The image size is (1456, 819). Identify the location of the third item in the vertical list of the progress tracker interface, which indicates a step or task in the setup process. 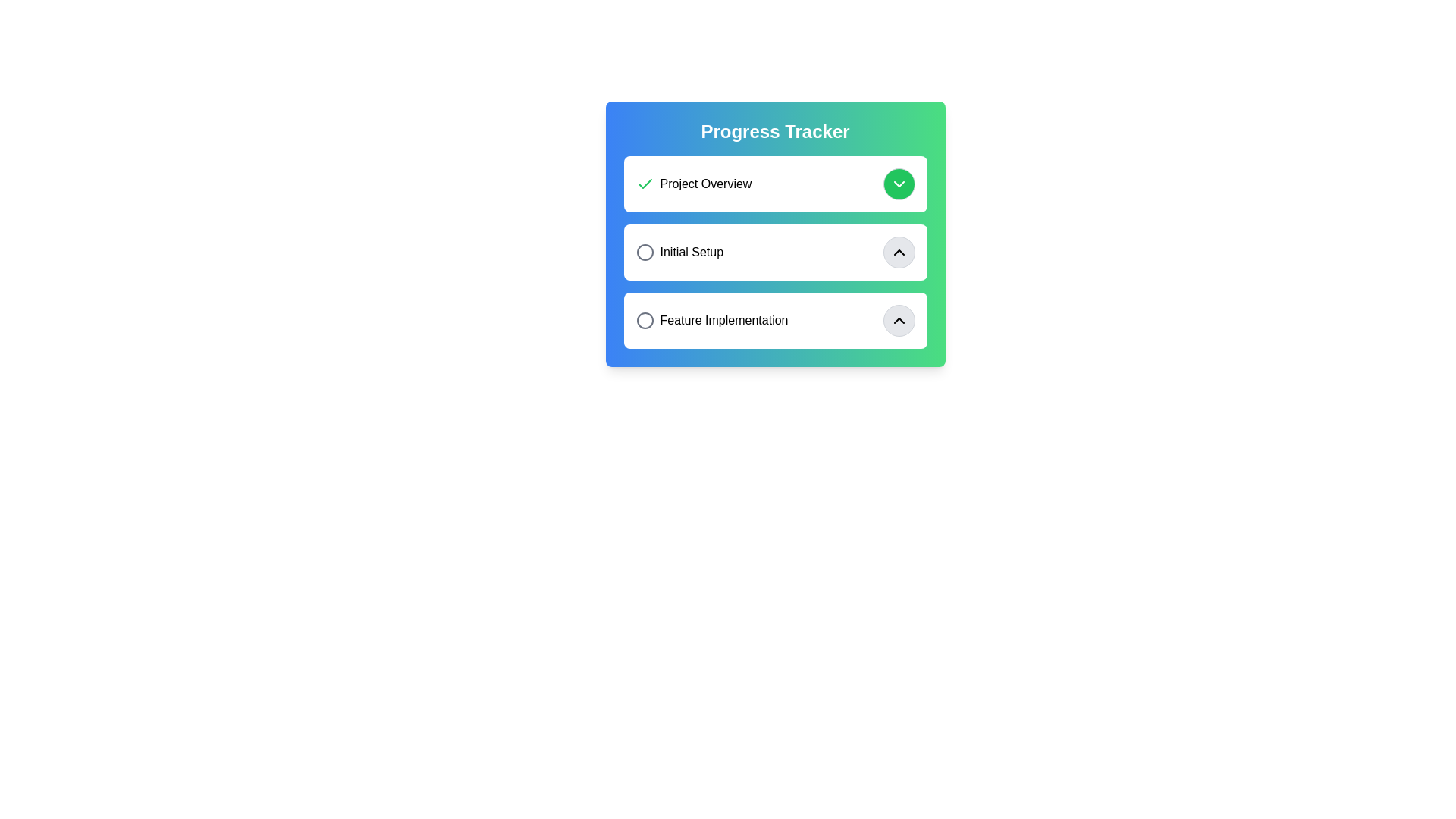
(711, 320).